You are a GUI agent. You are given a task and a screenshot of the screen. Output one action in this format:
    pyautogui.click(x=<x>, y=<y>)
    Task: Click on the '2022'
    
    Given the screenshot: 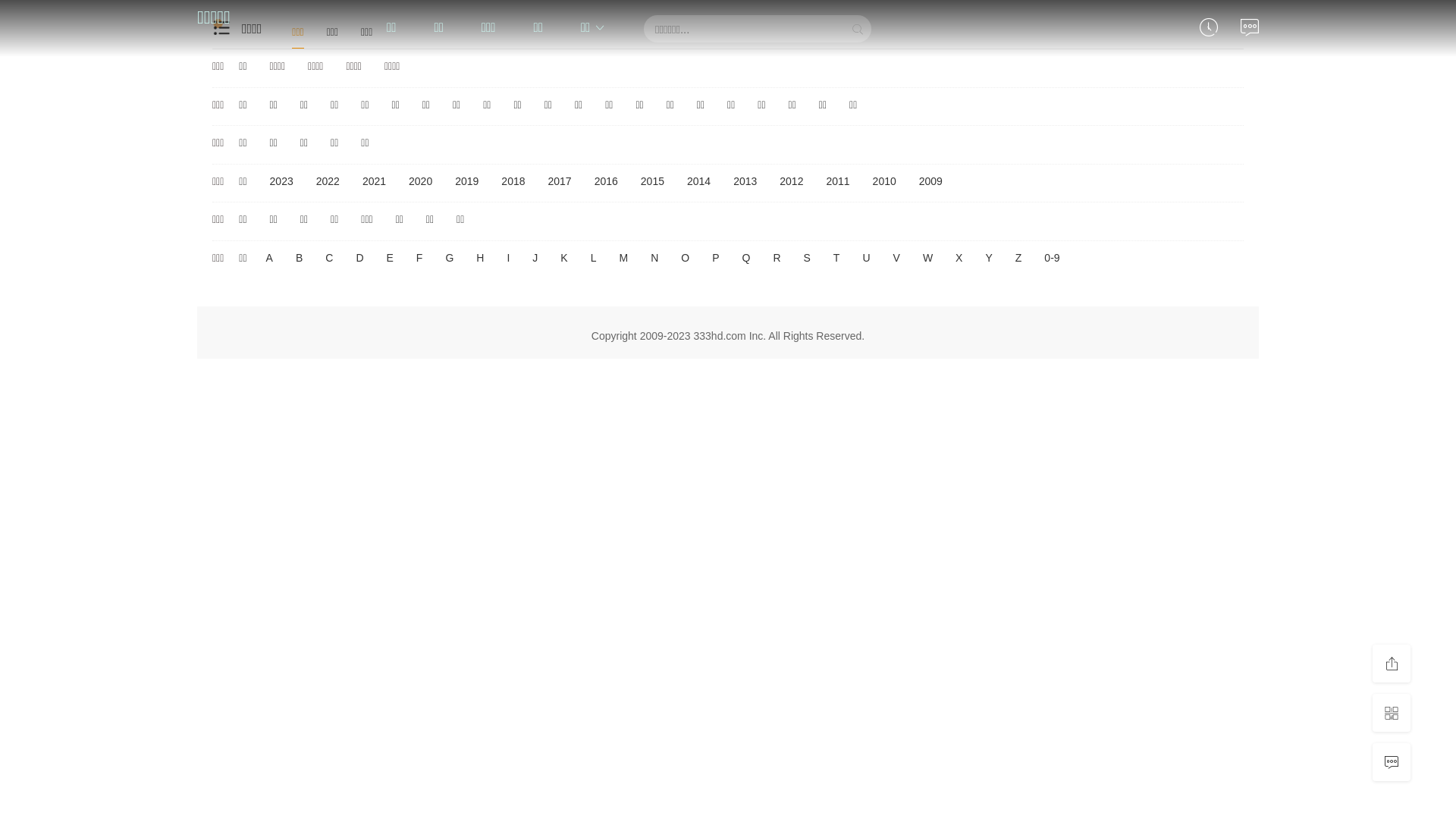 What is the action you would take?
    pyautogui.click(x=327, y=180)
    